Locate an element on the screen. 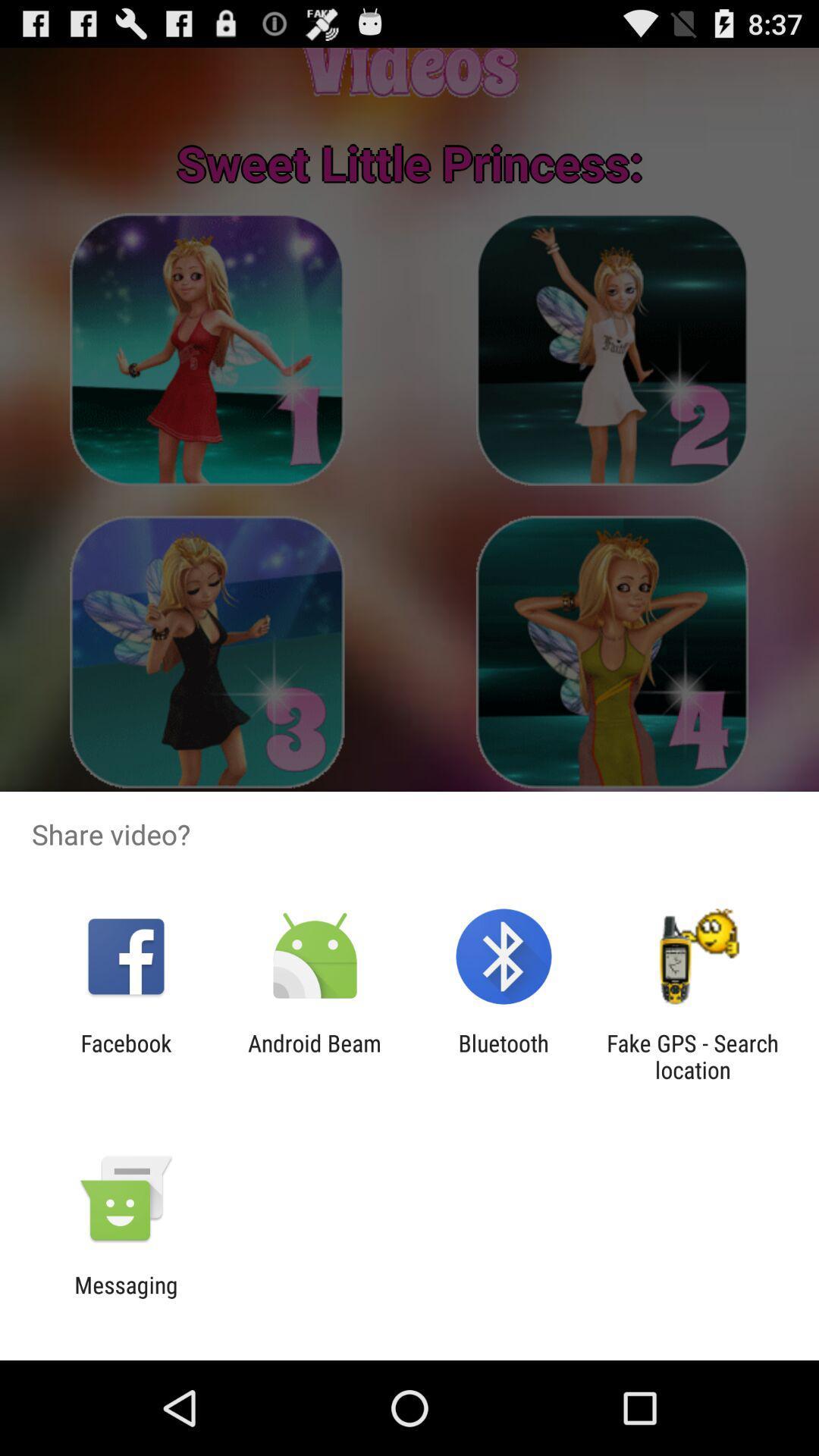 The image size is (819, 1456). app next to the android beam app is located at coordinates (125, 1056).